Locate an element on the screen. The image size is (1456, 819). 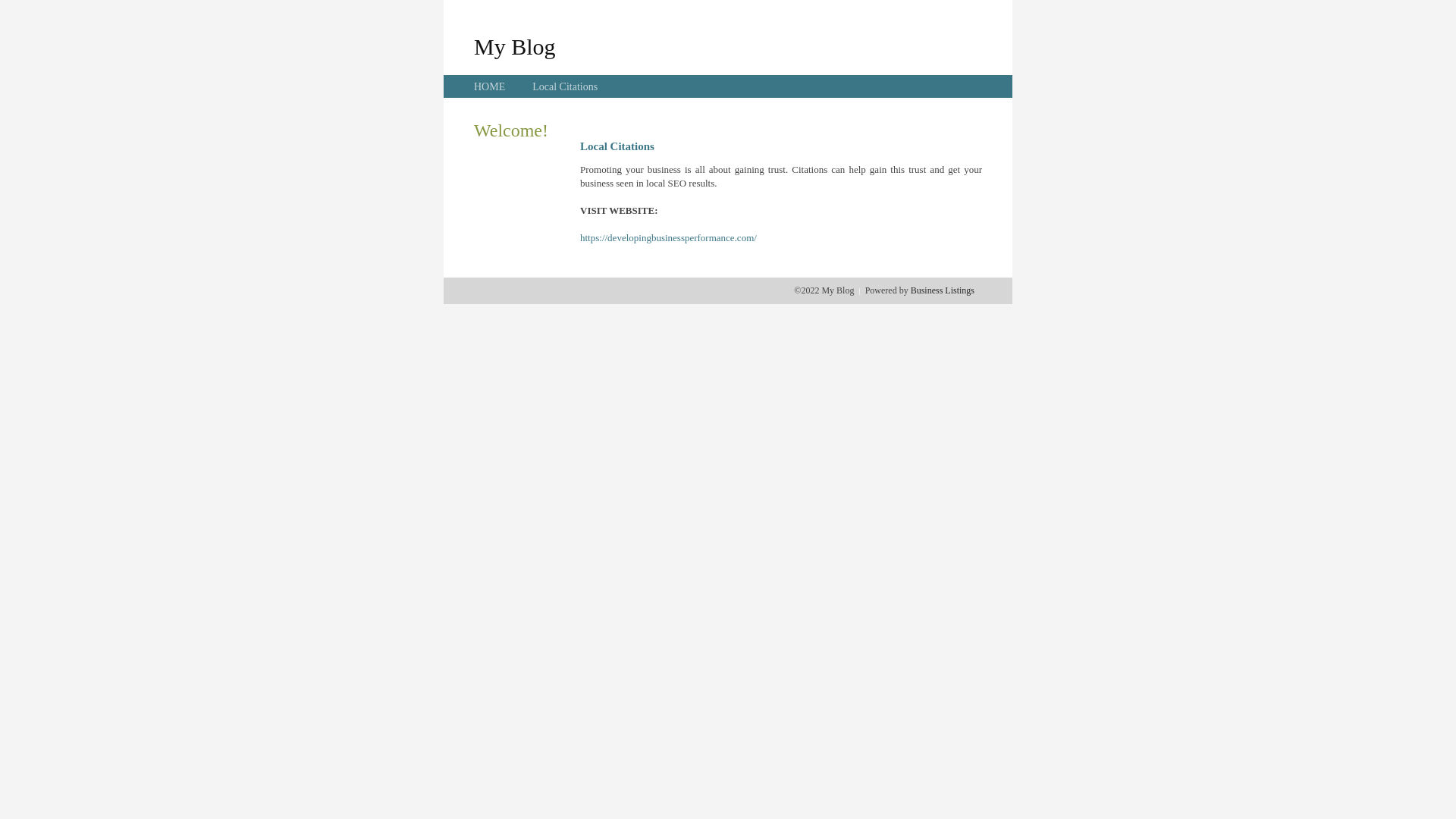
'https://developingbusinessperformance.com/' is located at coordinates (667, 237).